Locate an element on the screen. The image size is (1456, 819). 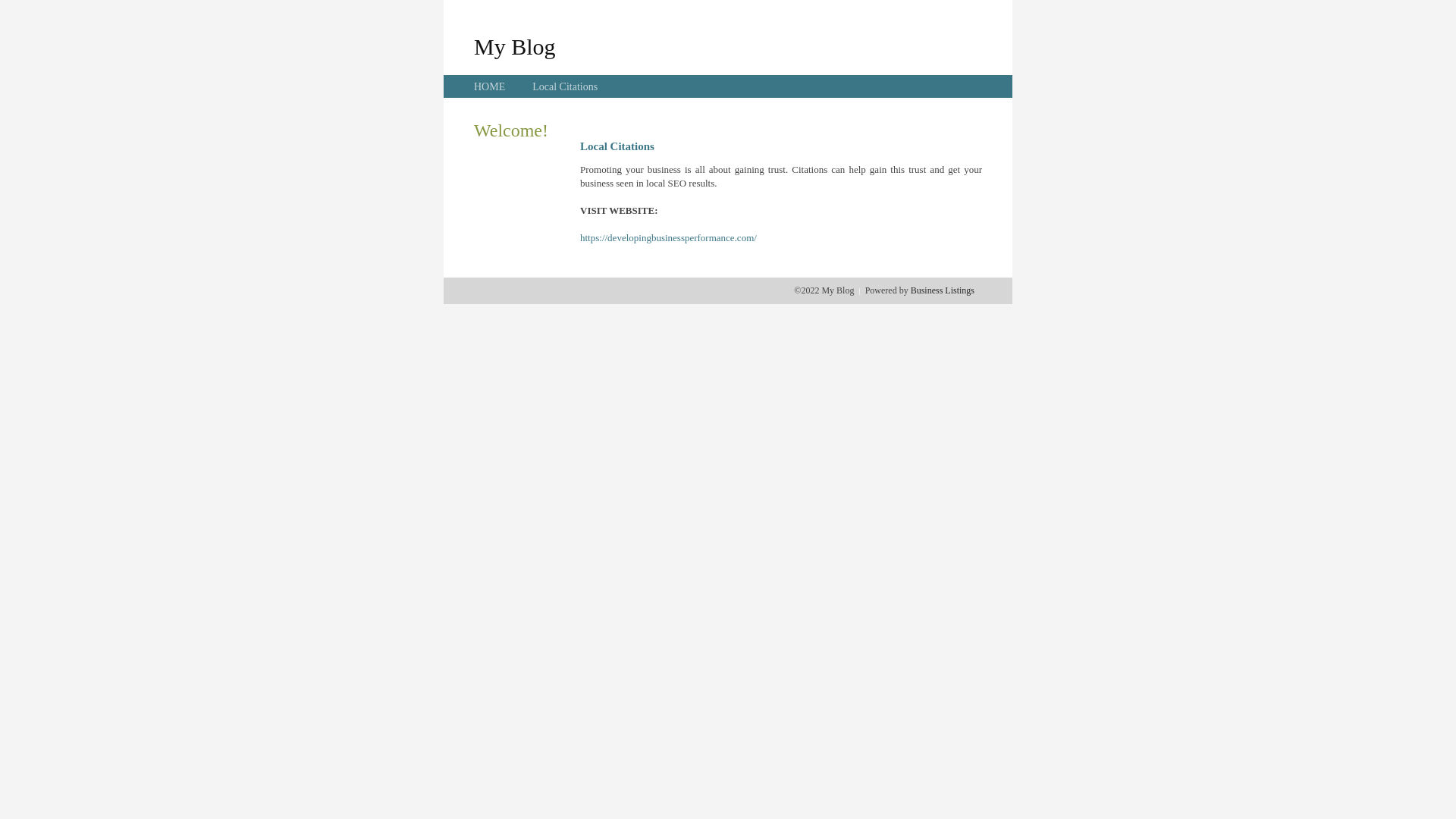
'https://developingbusinessperformance.com/' is located at coordinates (667, 237).